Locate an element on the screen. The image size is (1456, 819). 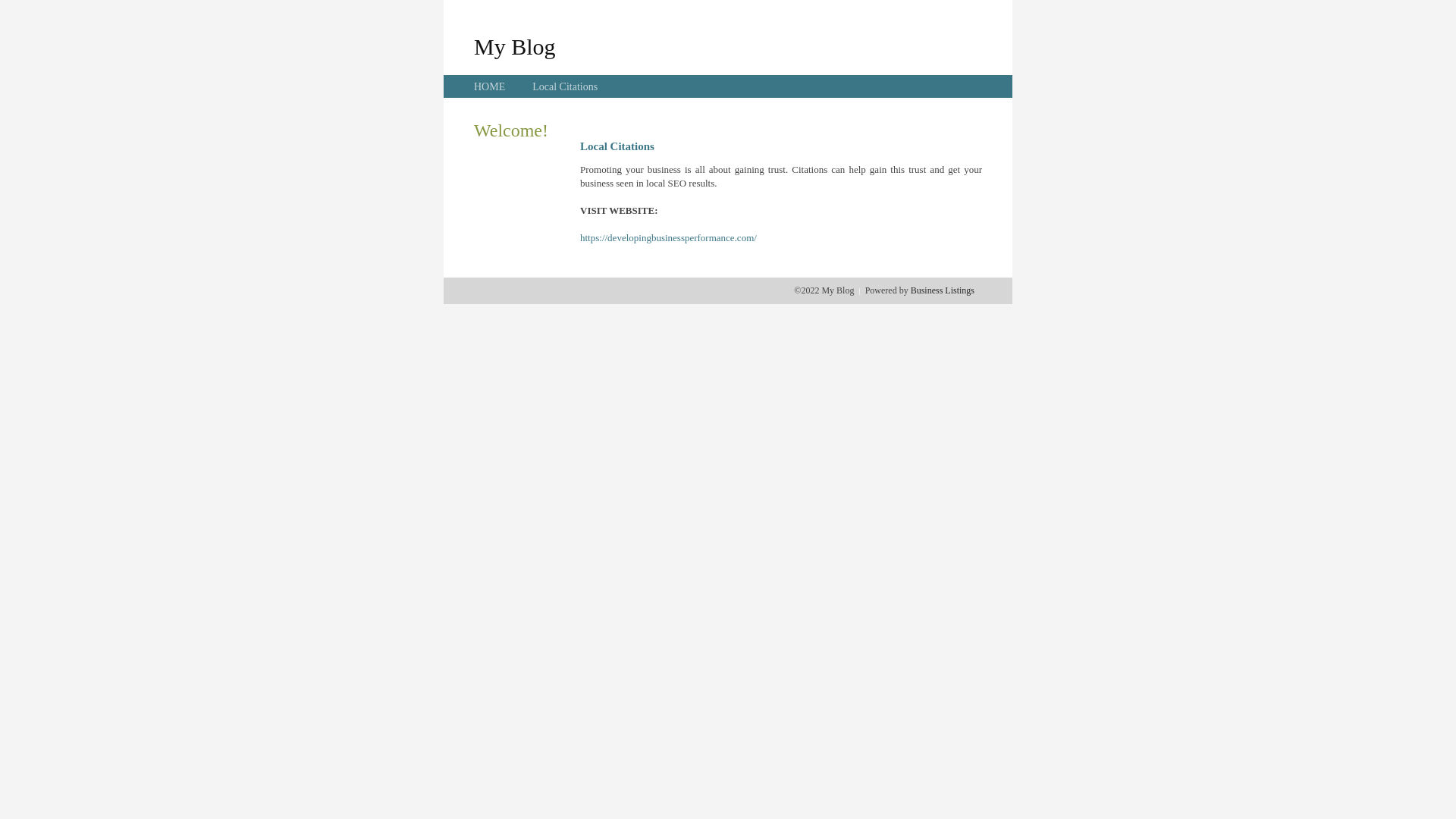
'https://developingbusinessperformance.com/' is located at coordinates (667, 237).